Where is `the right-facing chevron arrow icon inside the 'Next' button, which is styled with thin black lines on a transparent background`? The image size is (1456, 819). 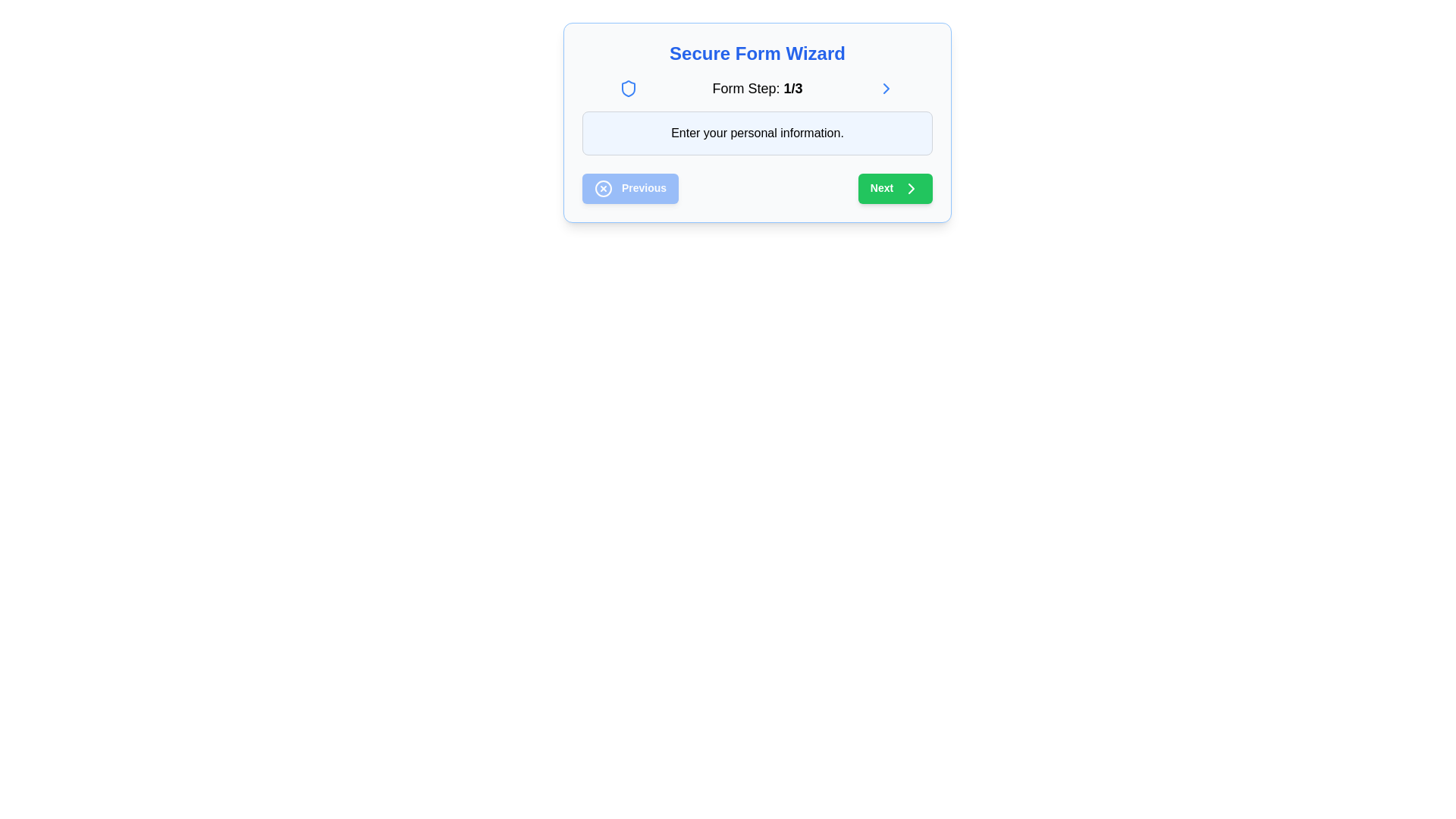 the right-facing chevron arrow icon inside the 'Next' button, which is styled with thin black lines on a transparent background is located at coordinates (910, 188).